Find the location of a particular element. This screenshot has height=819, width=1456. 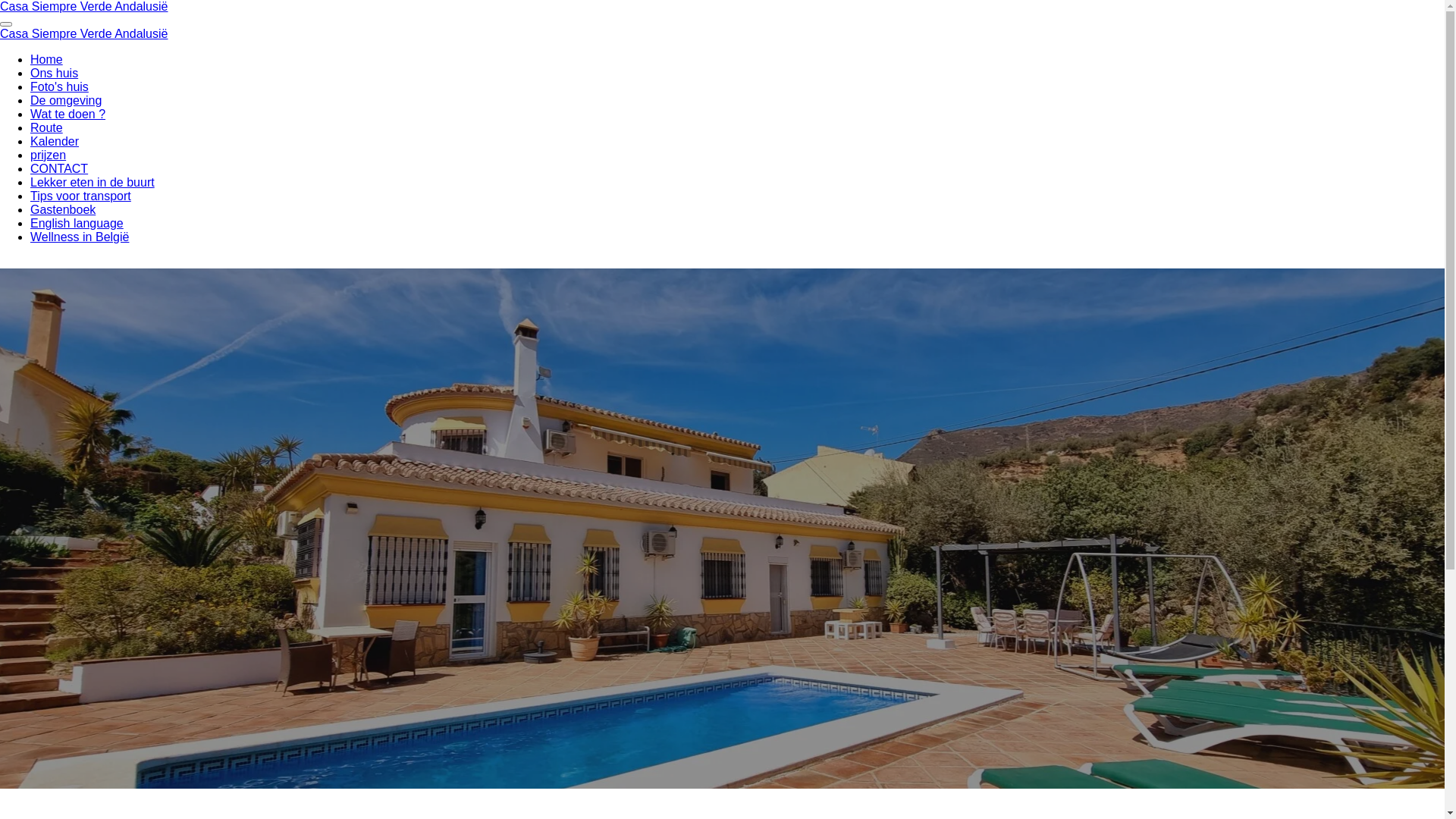

'Tips voor transport' is located at coordinates (80, 195).